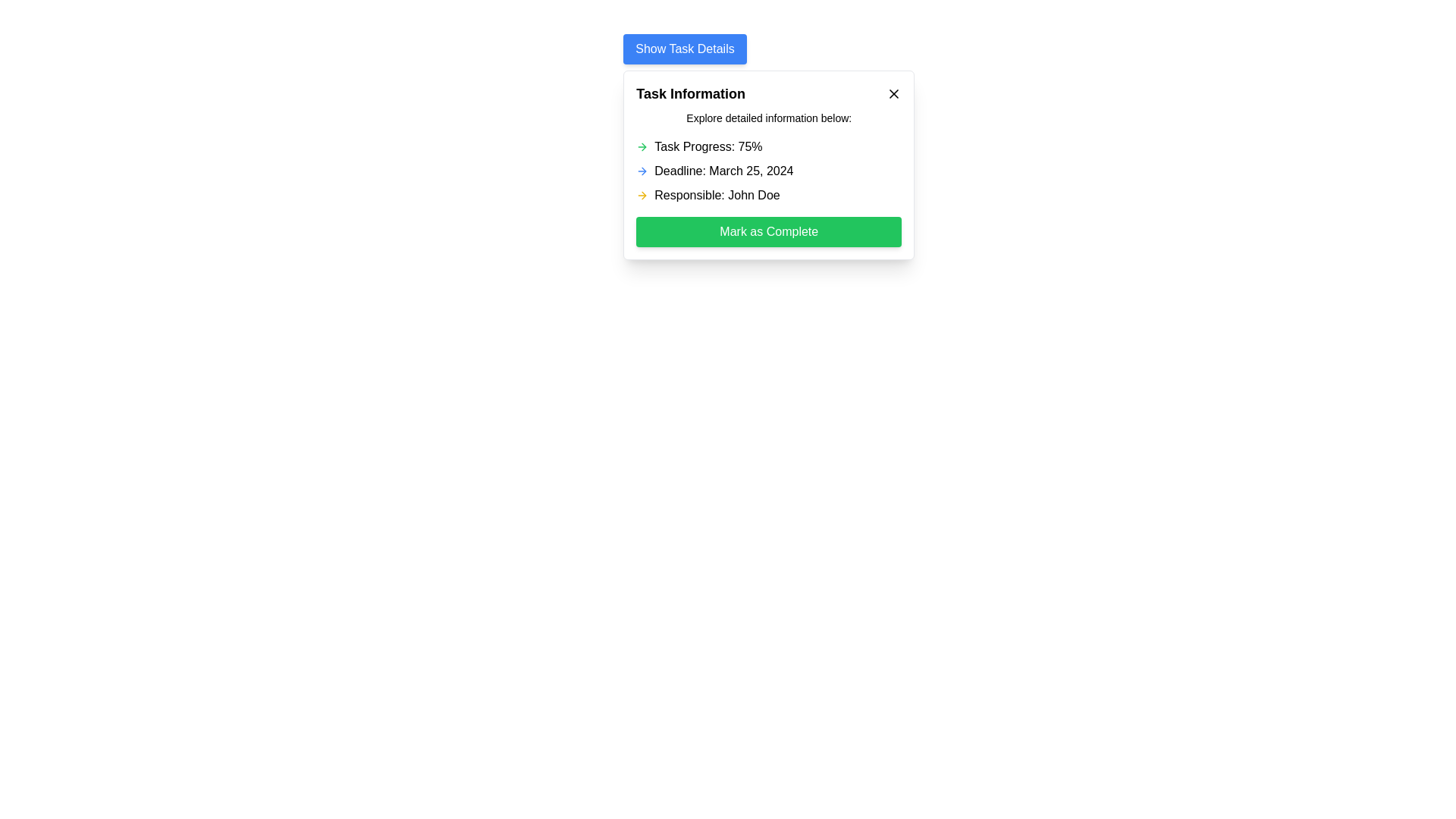 The width and height of the screenshot is (1456, 819). What do you see at coordinates (769, 231) in the screenshot?
I see `the 'Mark as Complete' button, which is a green button with rounded edges located at the bottom of a card layout beneath the 'Responsible: John Doe' text` at bounding box center [769, 231].